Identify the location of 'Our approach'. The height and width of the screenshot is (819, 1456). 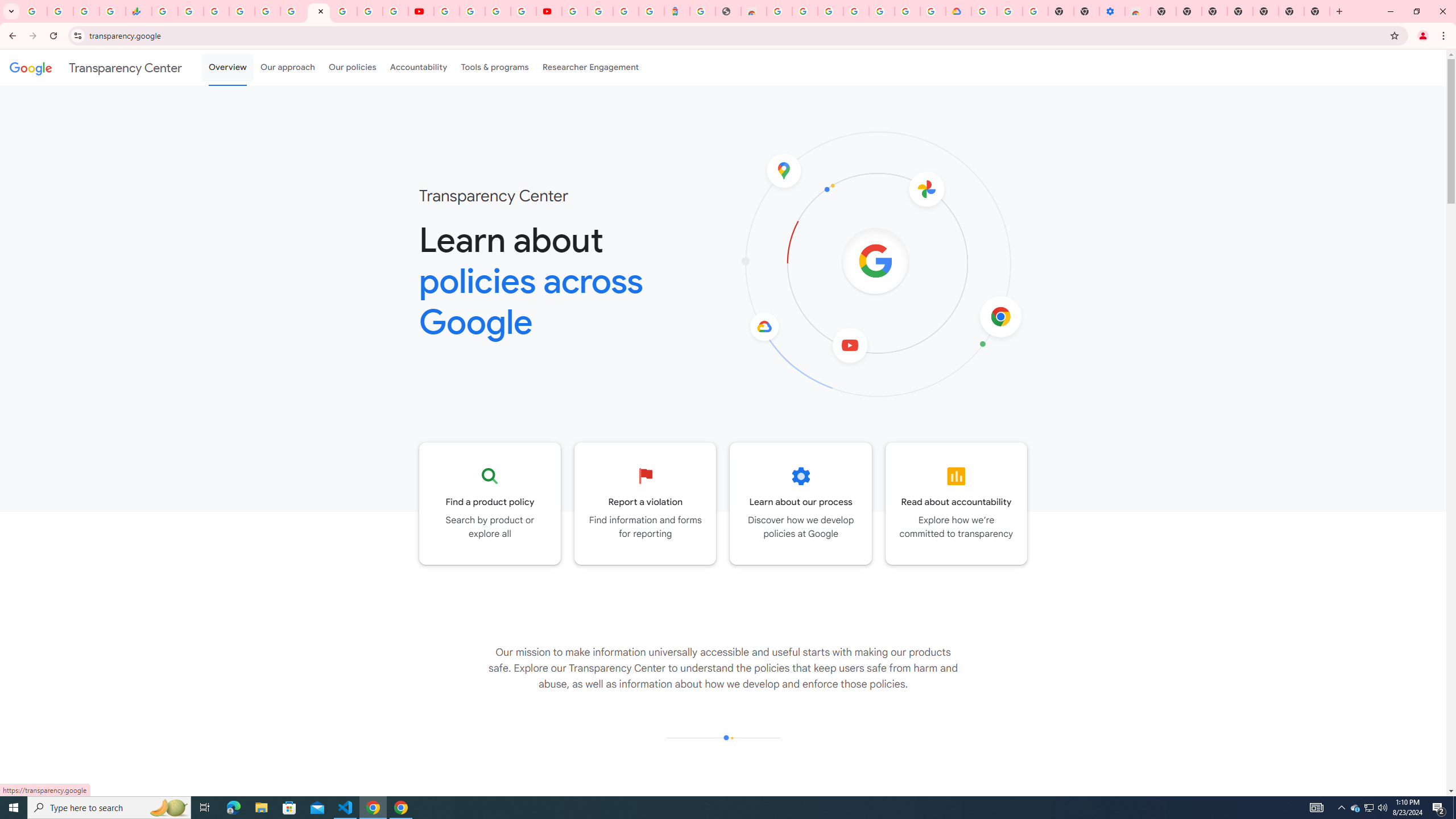
(287, 67).